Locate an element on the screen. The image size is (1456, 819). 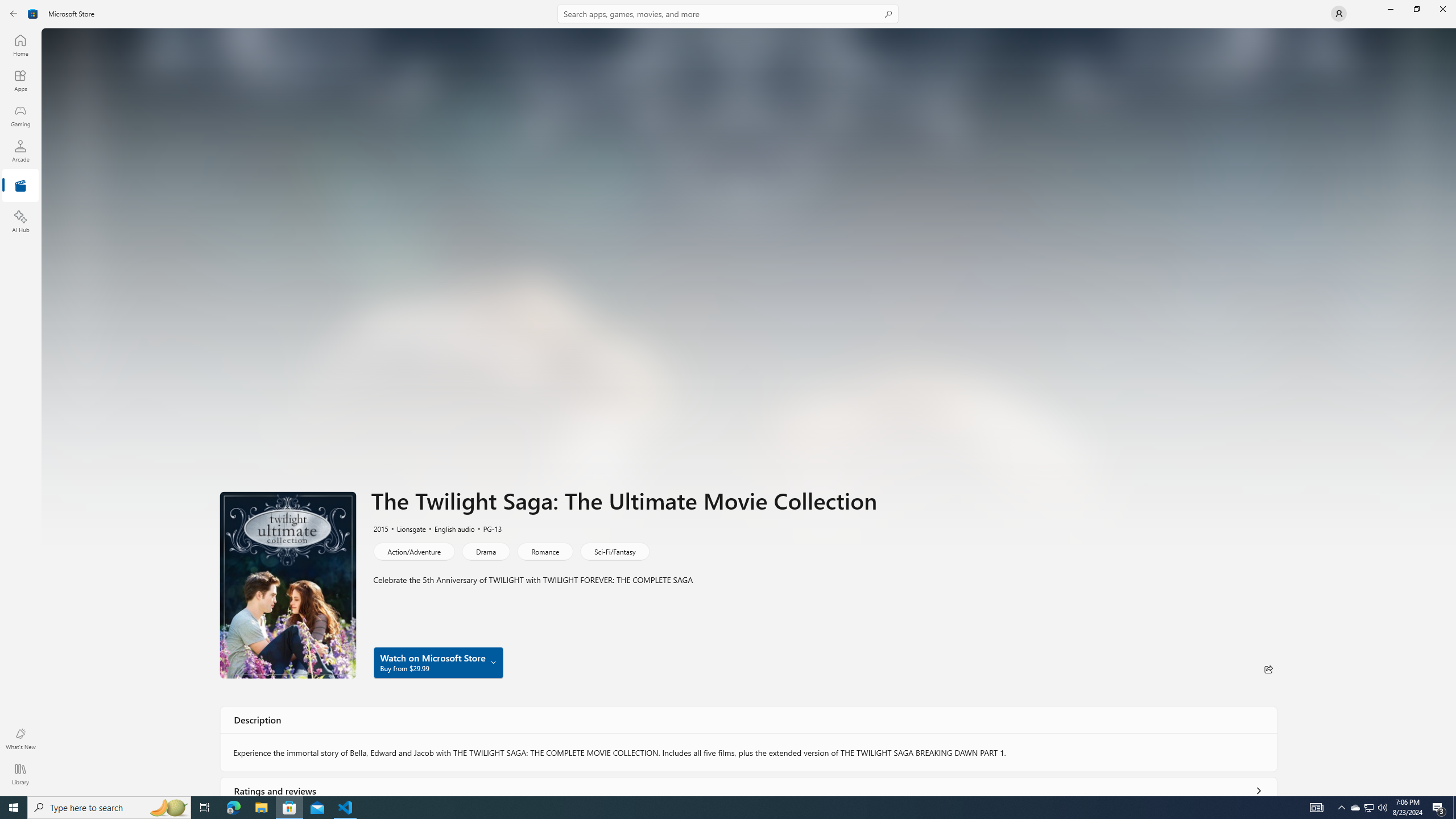
'Back' is located at coordinates (14, 13).